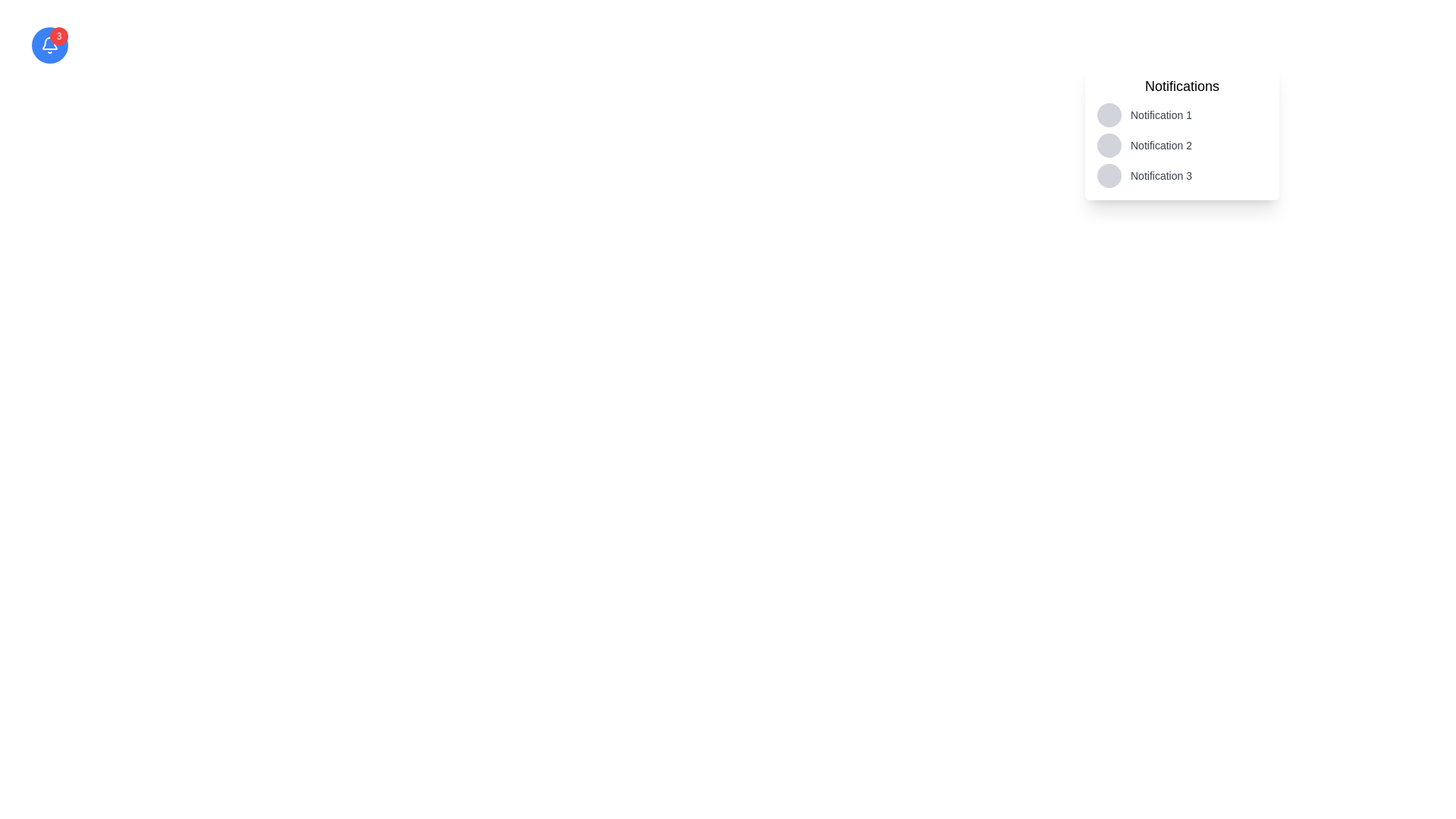 The width and height of the screenshot is (1456, 819). I want to click on text of the first notification item labeled 'Notification 1' in the notification panel, so click(1181, 114).